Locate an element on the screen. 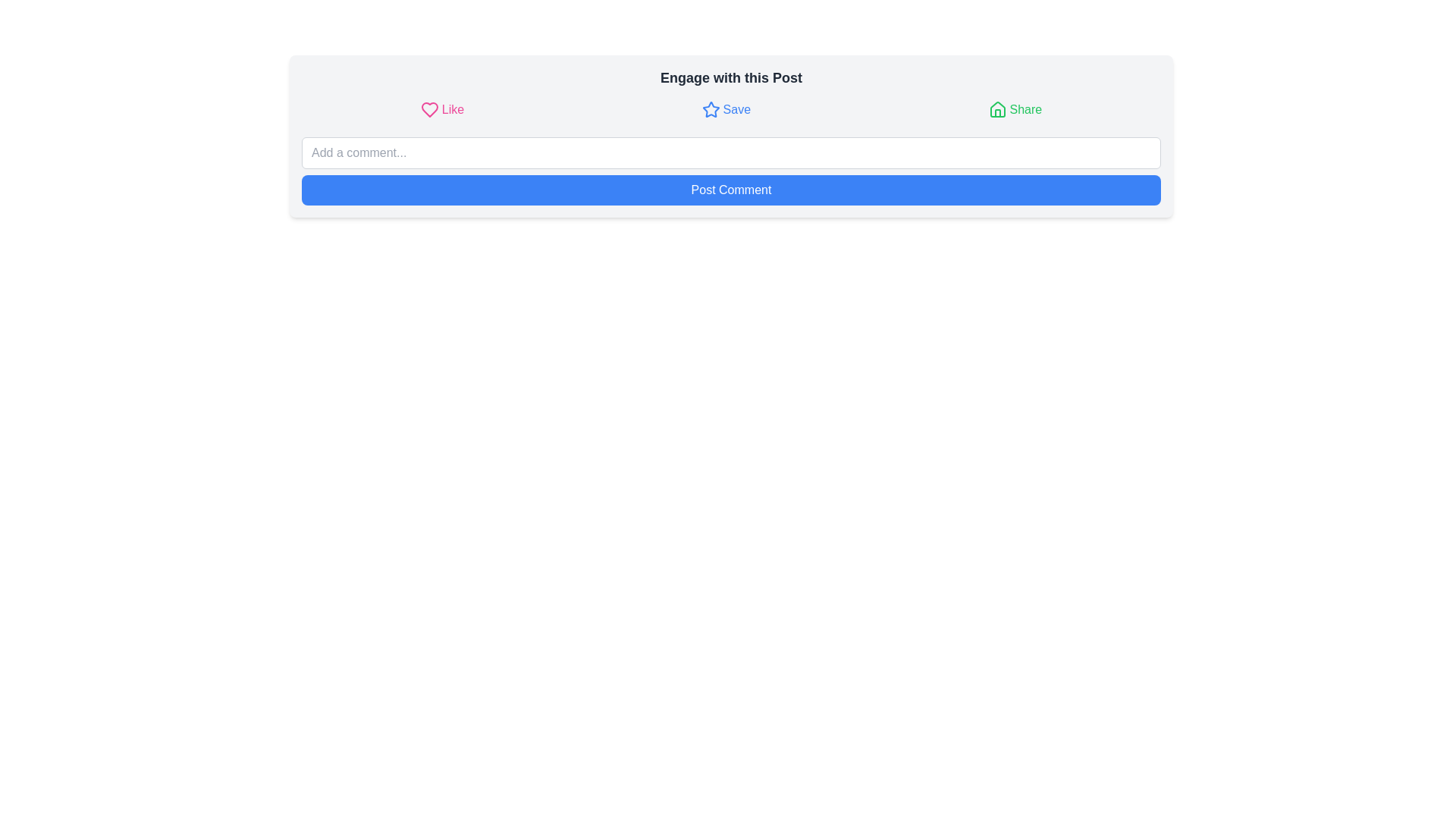 The width and height of the screenshot is (1456, 819). the submit button located below the 'Add a comment...' text input field is located at coordinates (731, 189).